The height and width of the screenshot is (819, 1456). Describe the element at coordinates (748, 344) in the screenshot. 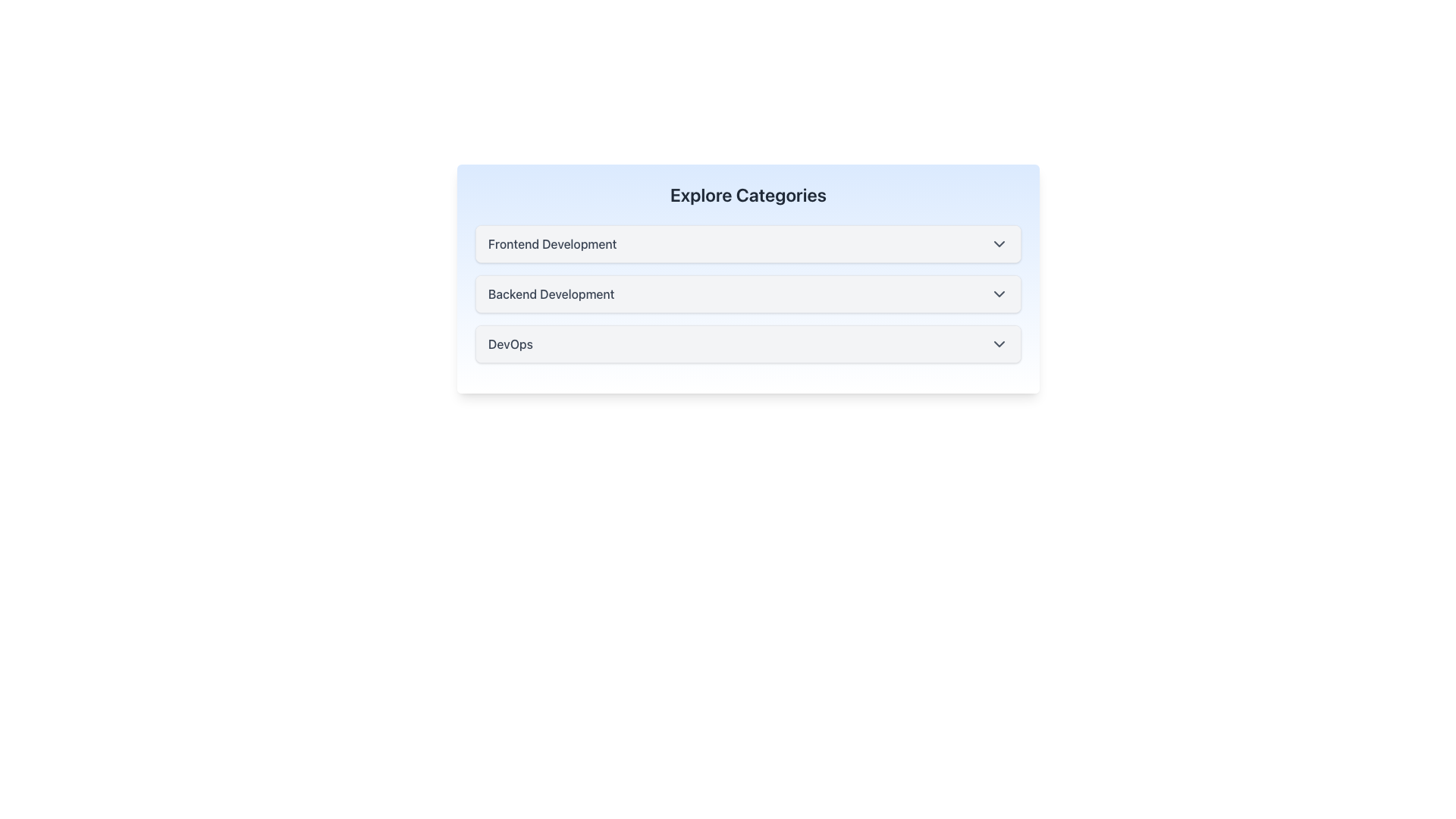

I see `the 'DevOps' button in the Collapsible List Item under 'Explore Categories'` at that location.